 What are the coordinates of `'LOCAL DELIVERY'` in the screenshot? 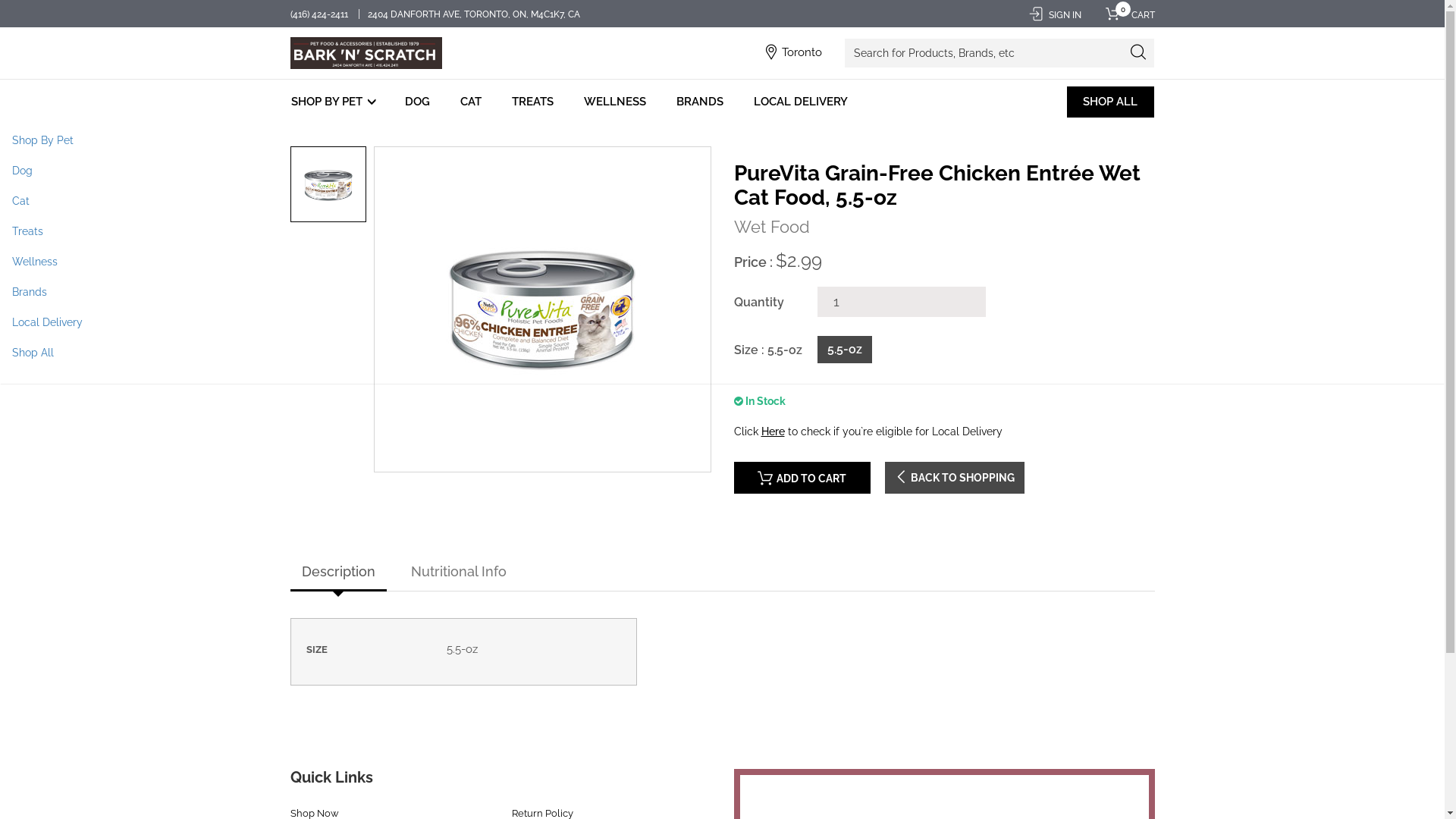 It's located at (799, 102).